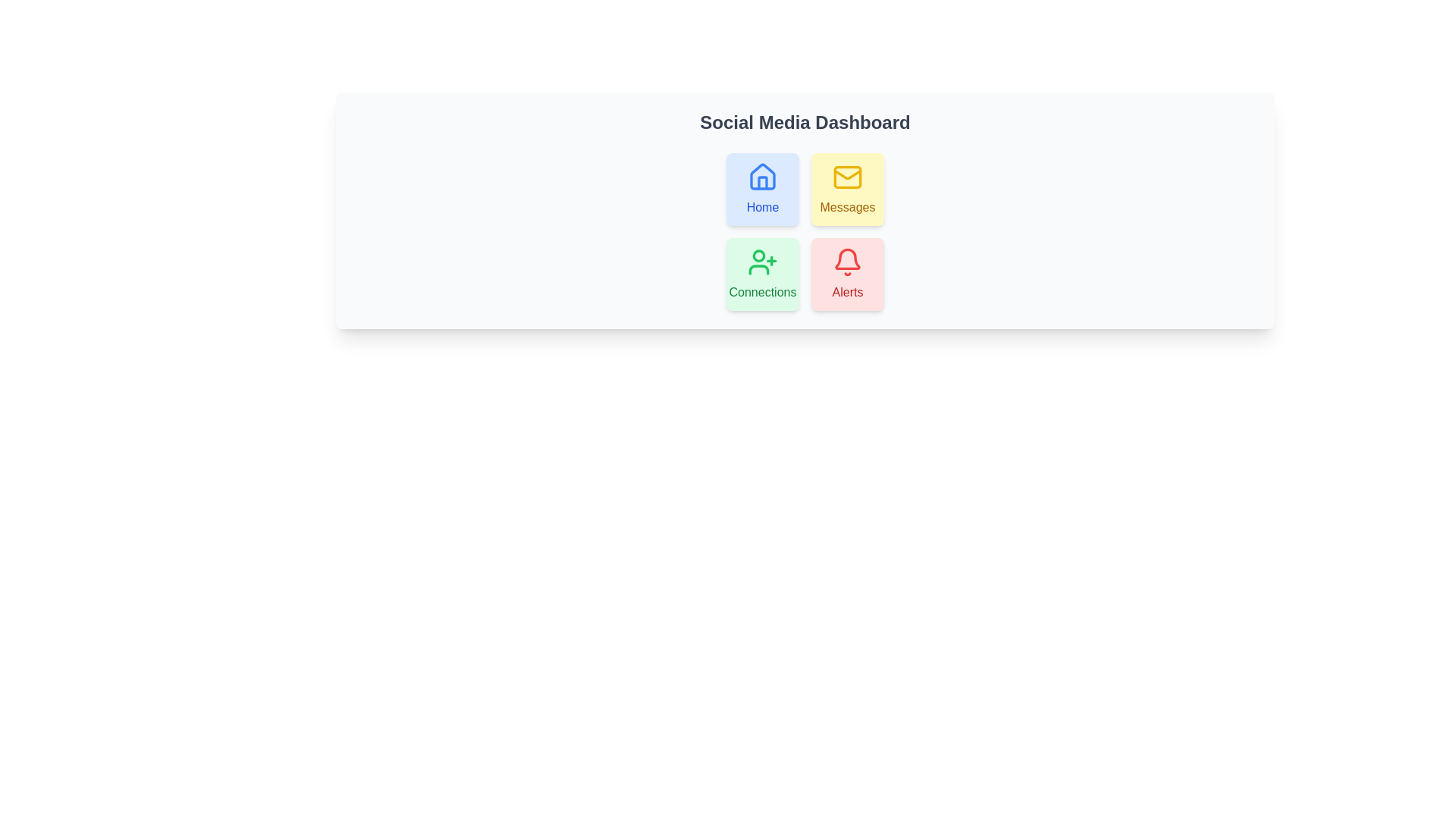  Describe the element at coordinates (847, 177) in the screenshot. I see `the 'Messages' button, which is a square yellow icon located in the first row, second column of the grid` at that location.